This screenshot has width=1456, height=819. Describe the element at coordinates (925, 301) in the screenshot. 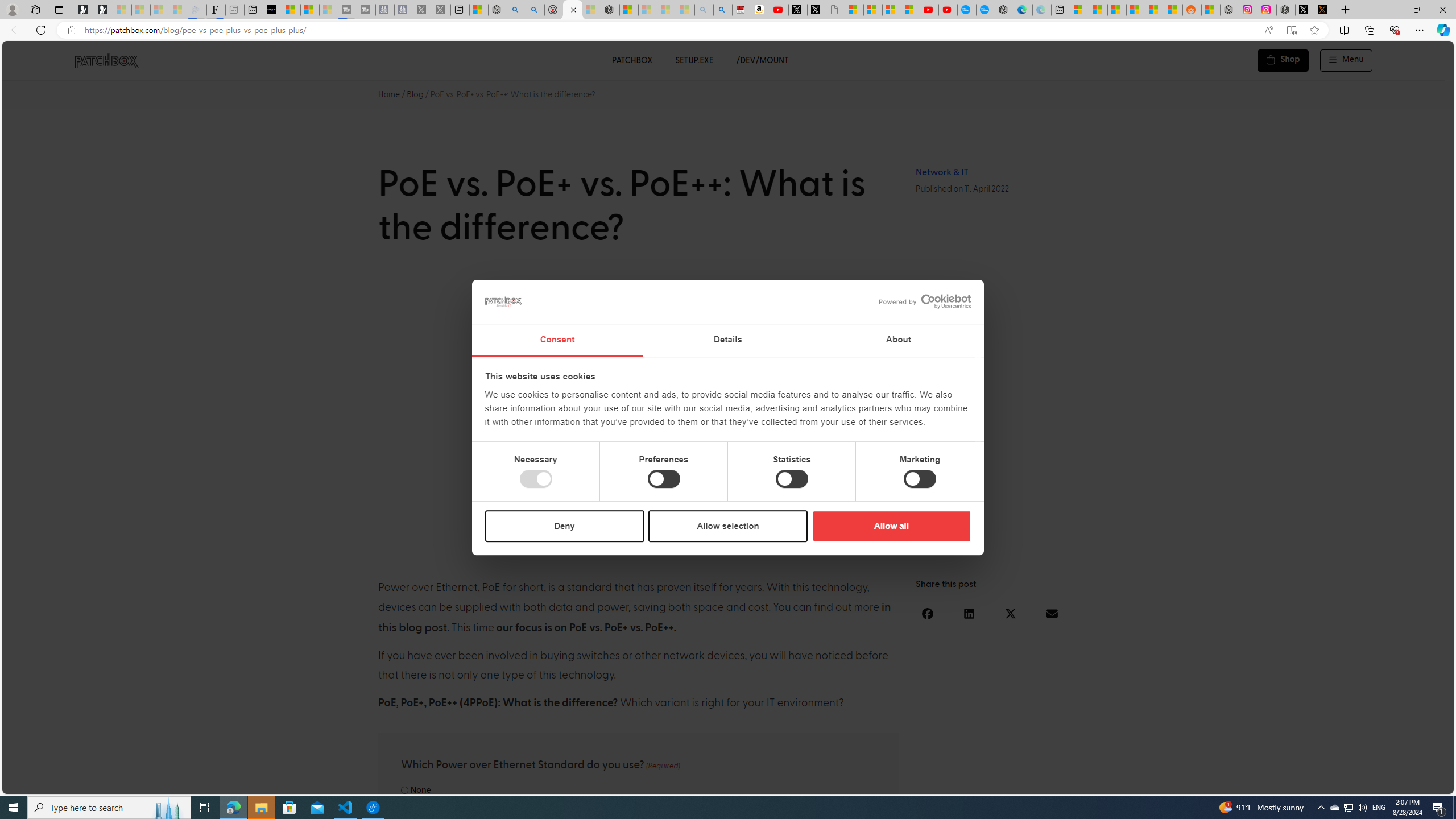

I see `'Powered by Cookiebot'` at that location.